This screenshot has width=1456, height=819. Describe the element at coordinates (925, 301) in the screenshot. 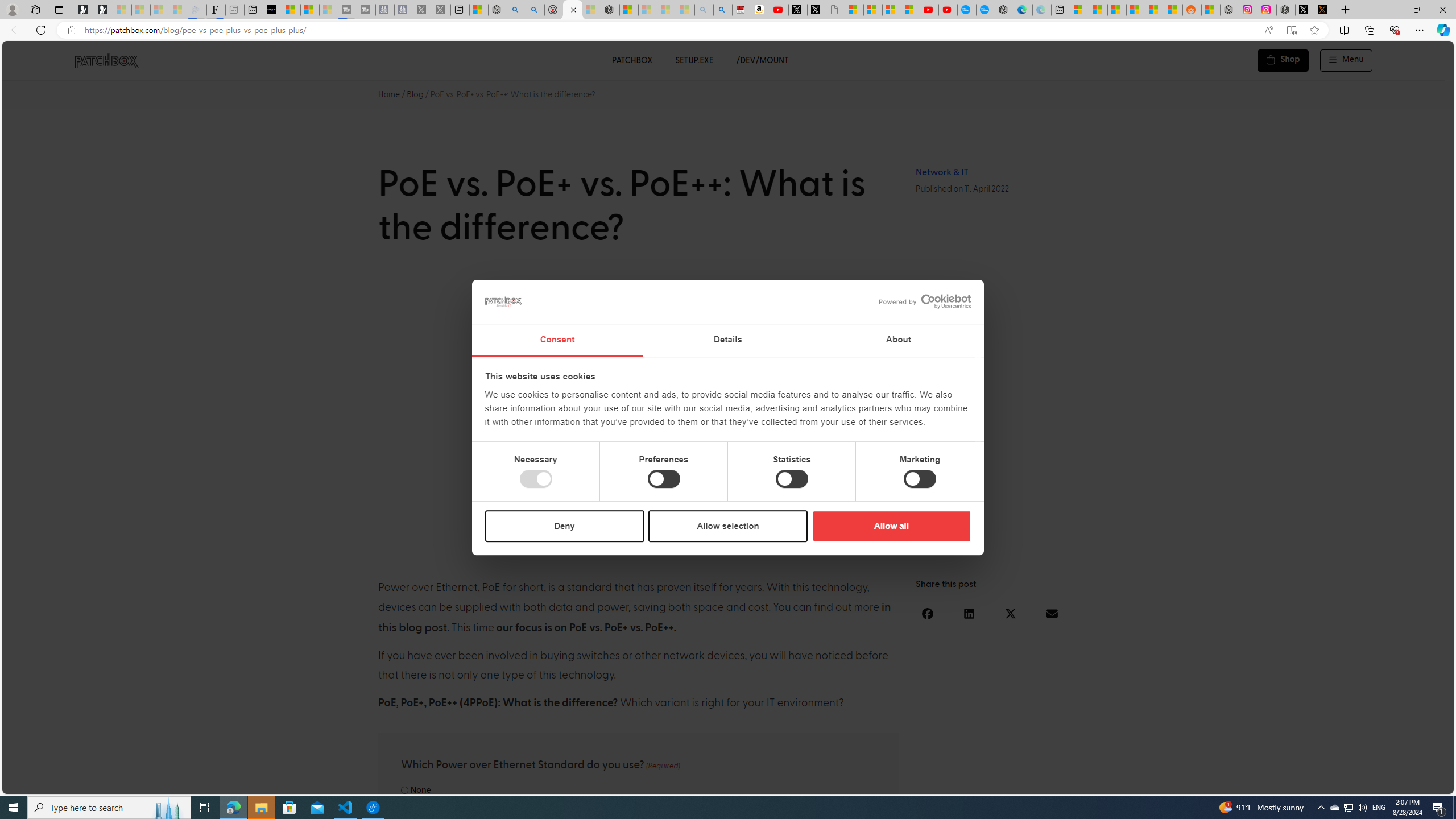

I see `'Powered by Cookiebot'` at that location.